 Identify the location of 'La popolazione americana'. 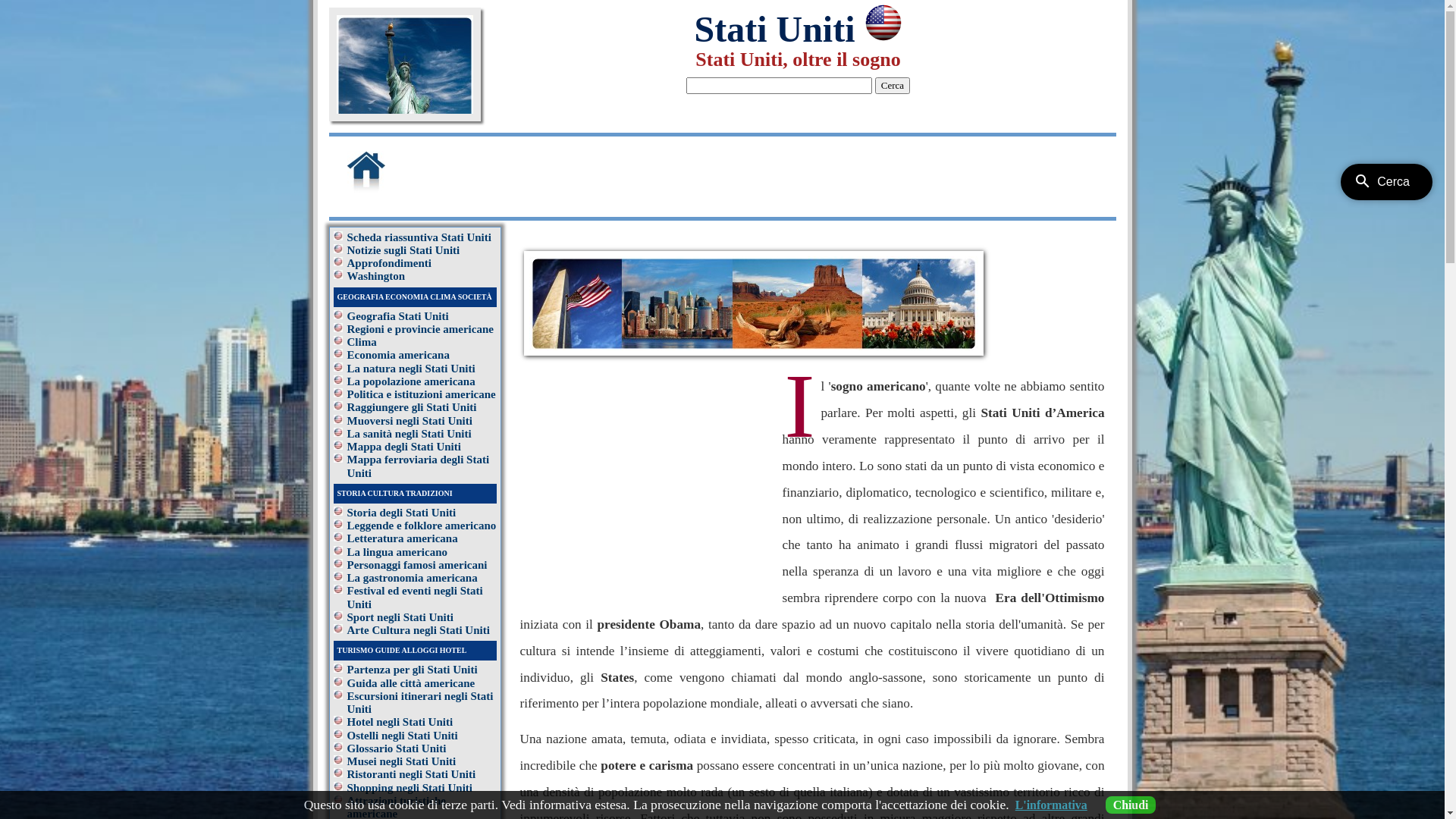
(411, 380).